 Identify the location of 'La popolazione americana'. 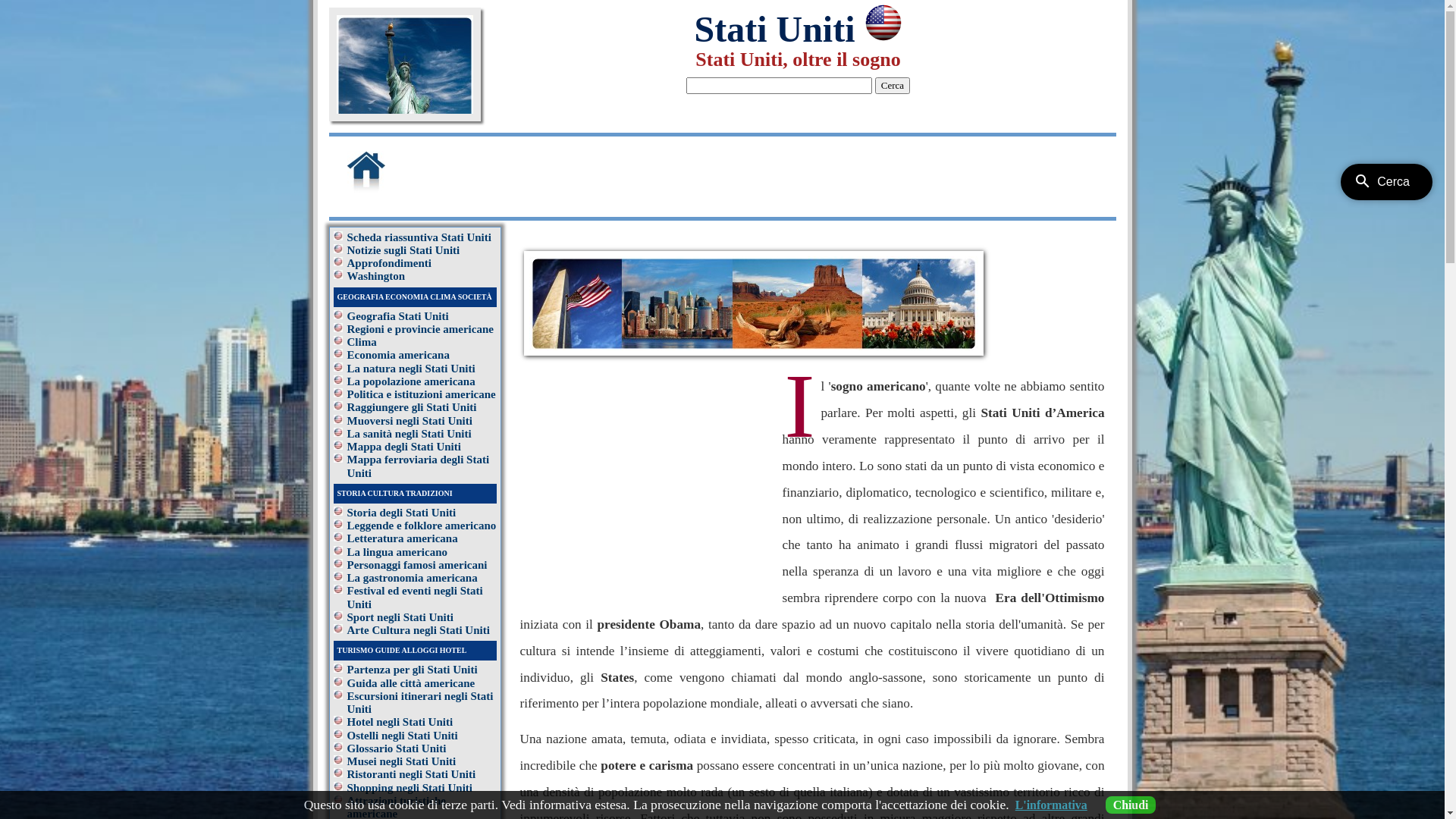
(411, 380).